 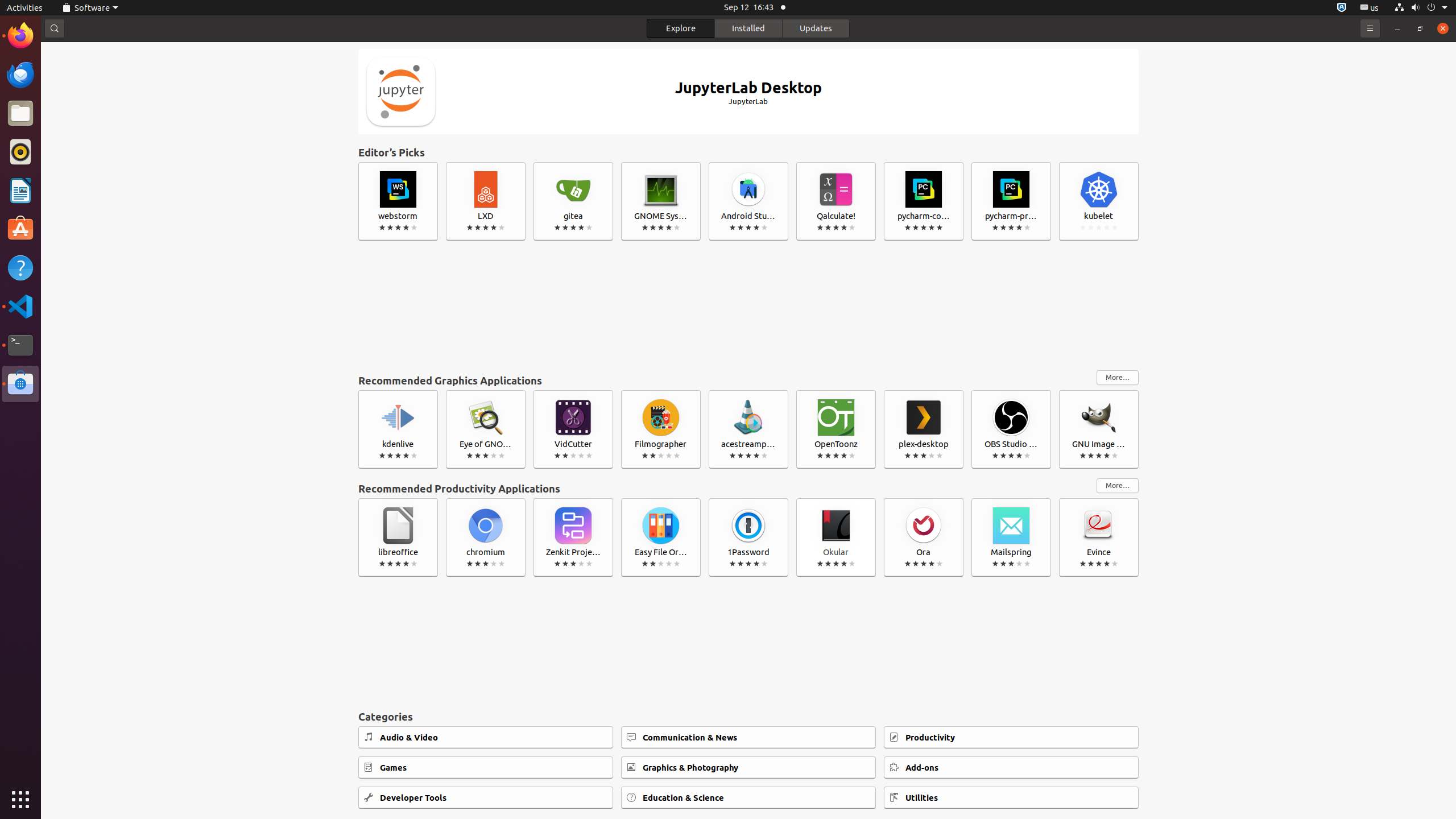 I want to click on 'GNOME System Monitor', so click(x=660, y=200).